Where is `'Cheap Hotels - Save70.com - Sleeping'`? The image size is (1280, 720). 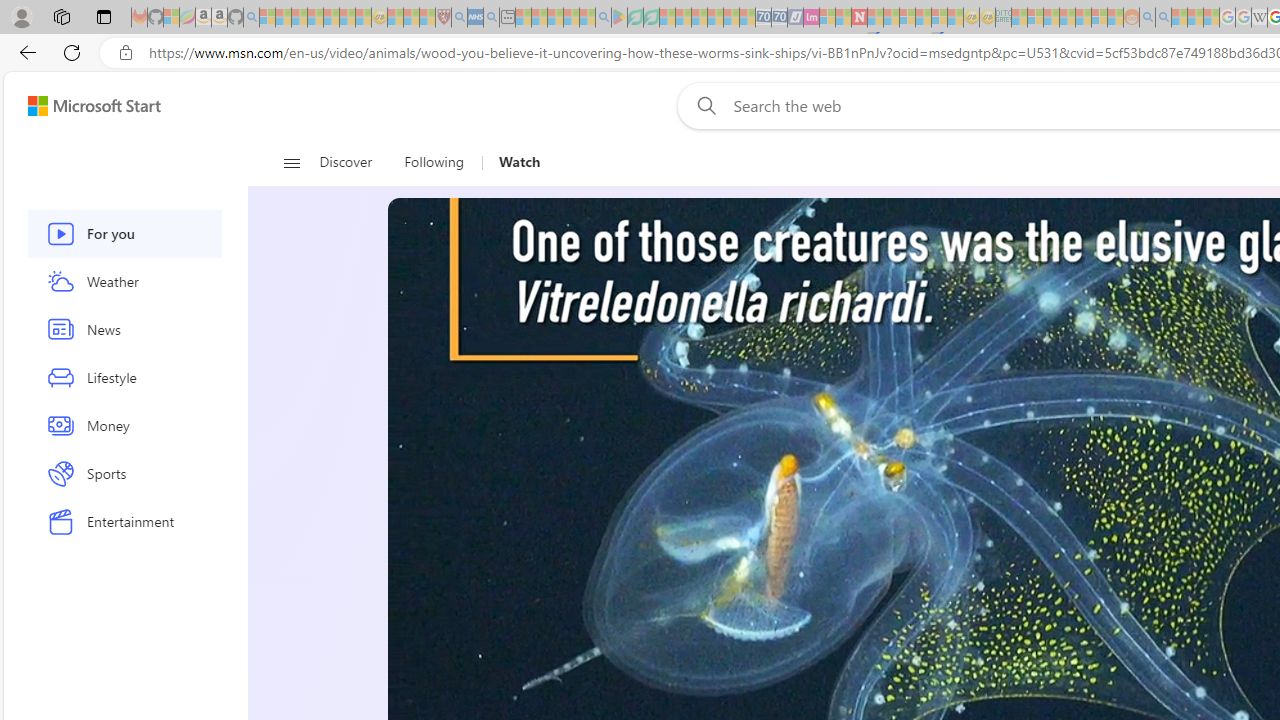
'Cheap Hotels - Save70.com - Sleeping' is located at coordinates (778, 17).